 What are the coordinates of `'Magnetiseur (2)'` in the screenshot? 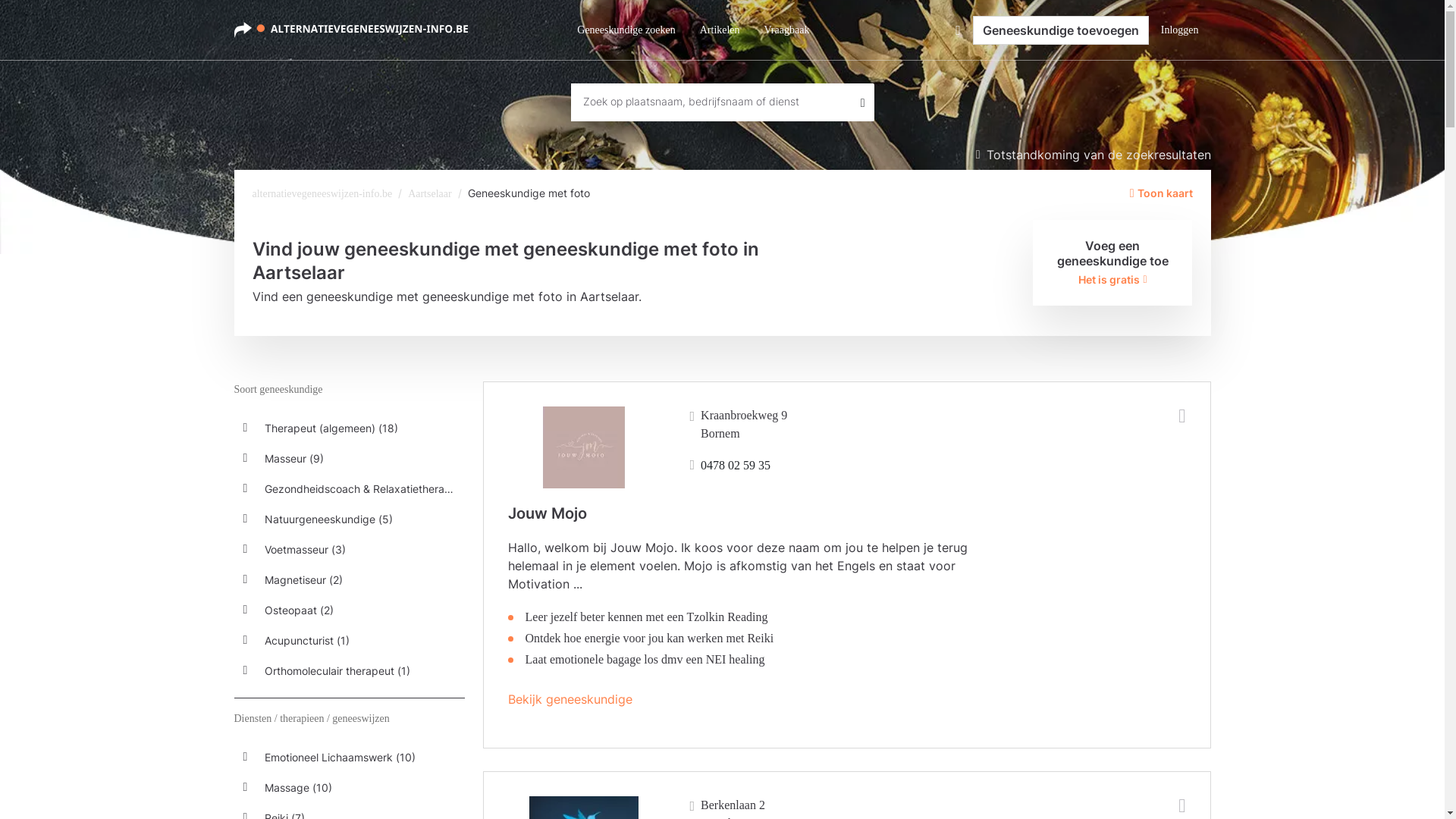 It's located at (348, 579).